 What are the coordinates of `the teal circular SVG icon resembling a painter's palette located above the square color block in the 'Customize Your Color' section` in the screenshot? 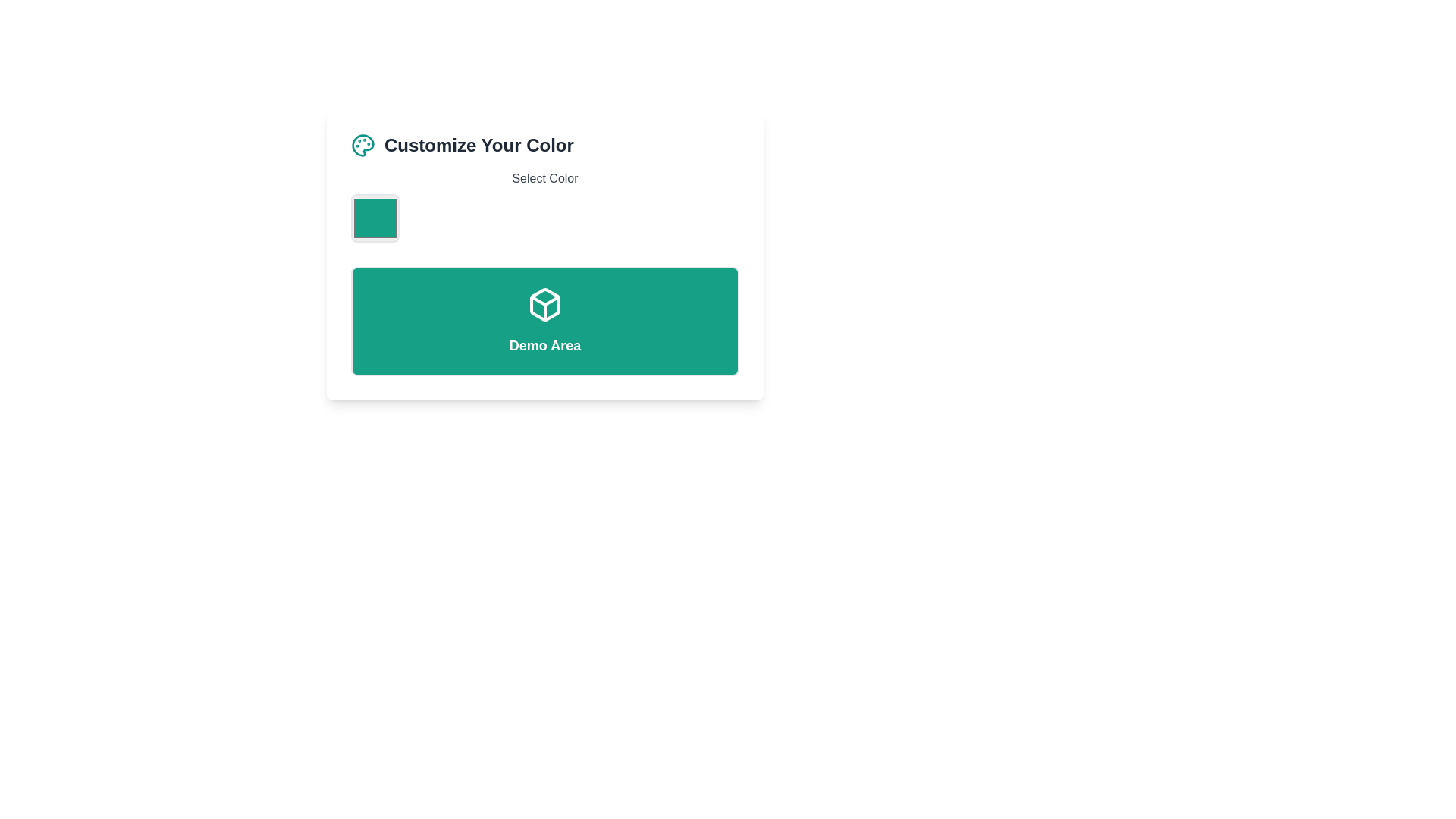 It's located at (362, 146).